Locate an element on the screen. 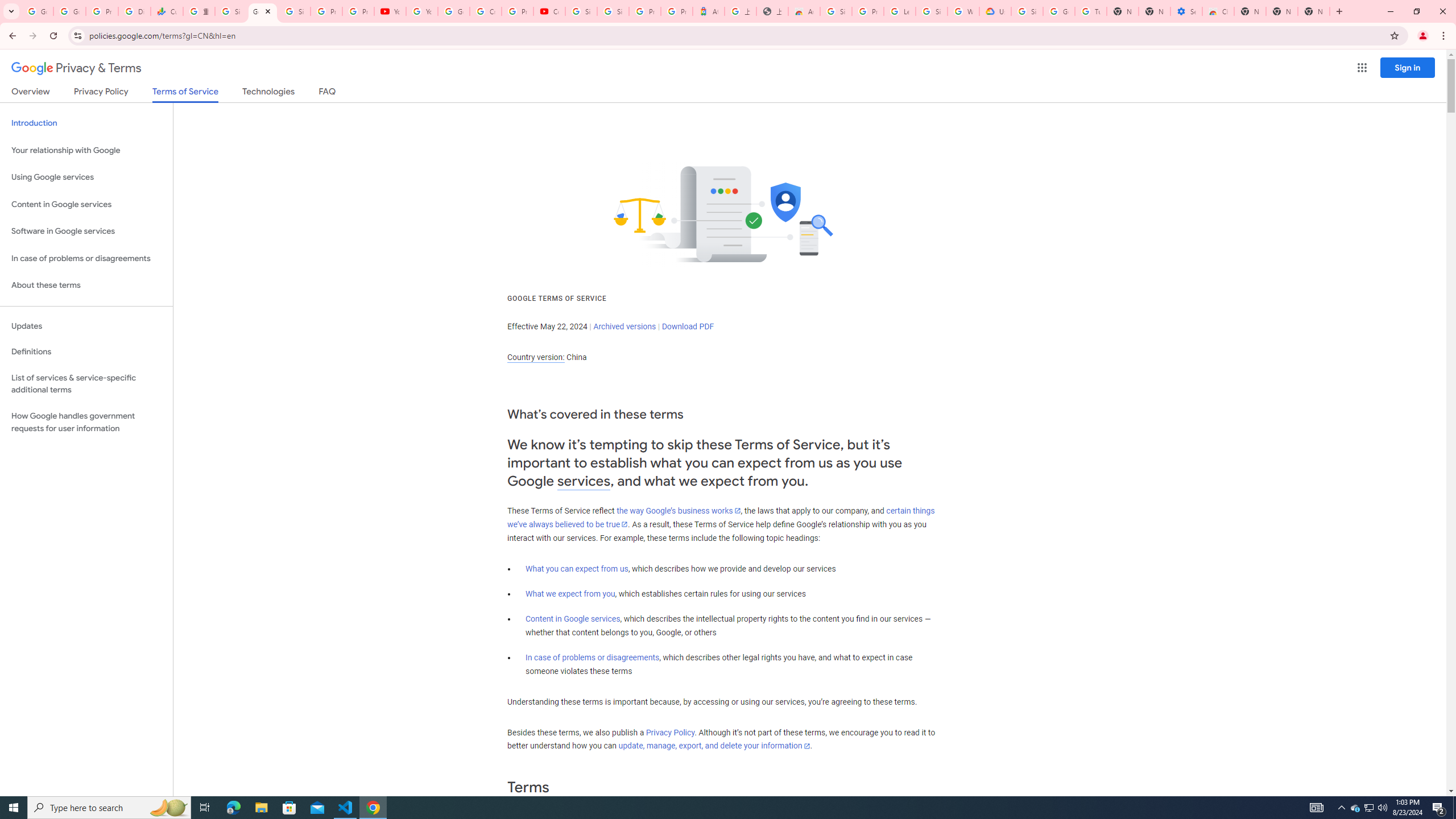 This screenshot has width=1456, height=819. 'FAQ' is located at coordinates (327, 93).